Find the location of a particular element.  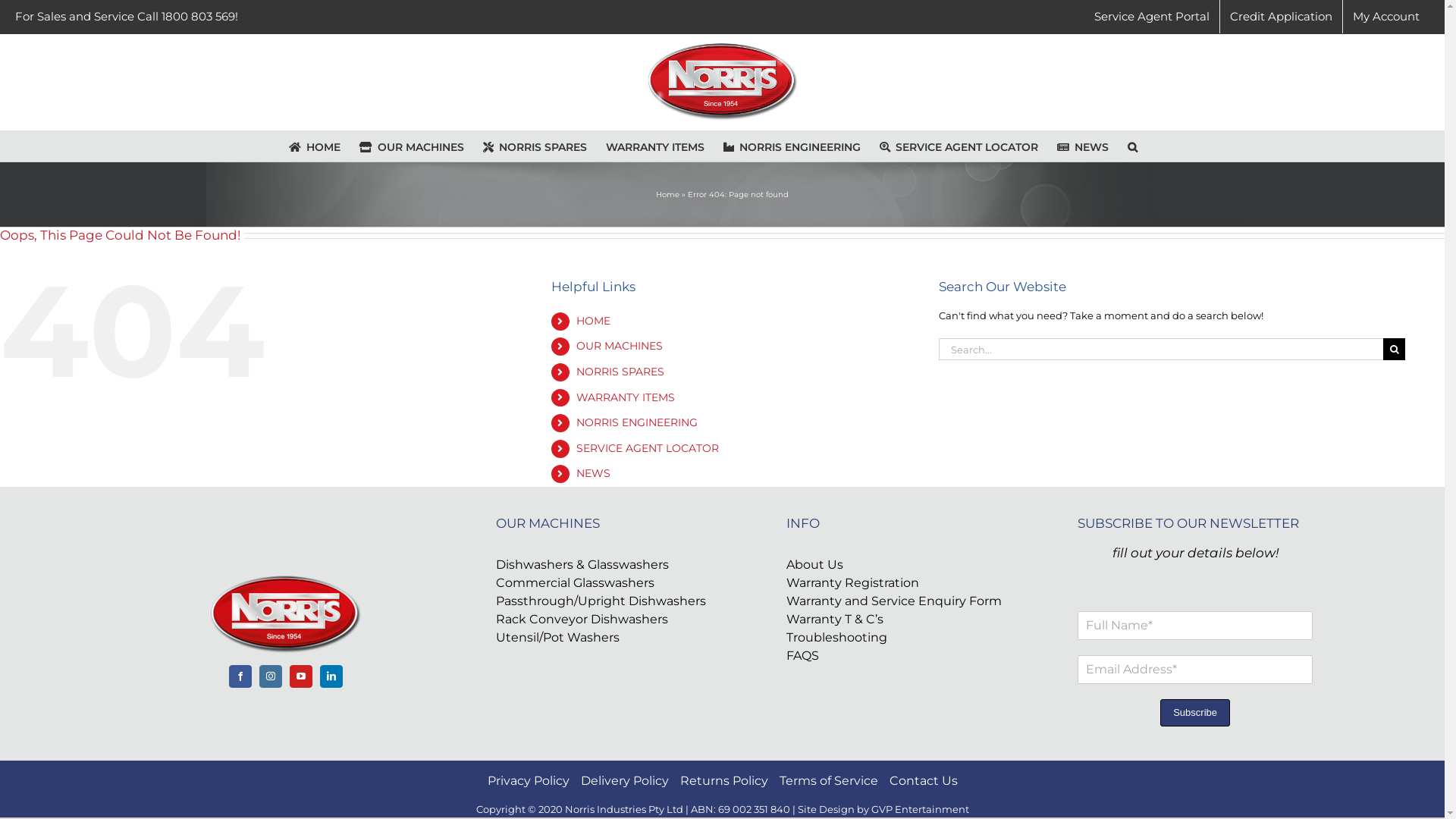

'Credit Application' is located at coordinates (1280, 17).